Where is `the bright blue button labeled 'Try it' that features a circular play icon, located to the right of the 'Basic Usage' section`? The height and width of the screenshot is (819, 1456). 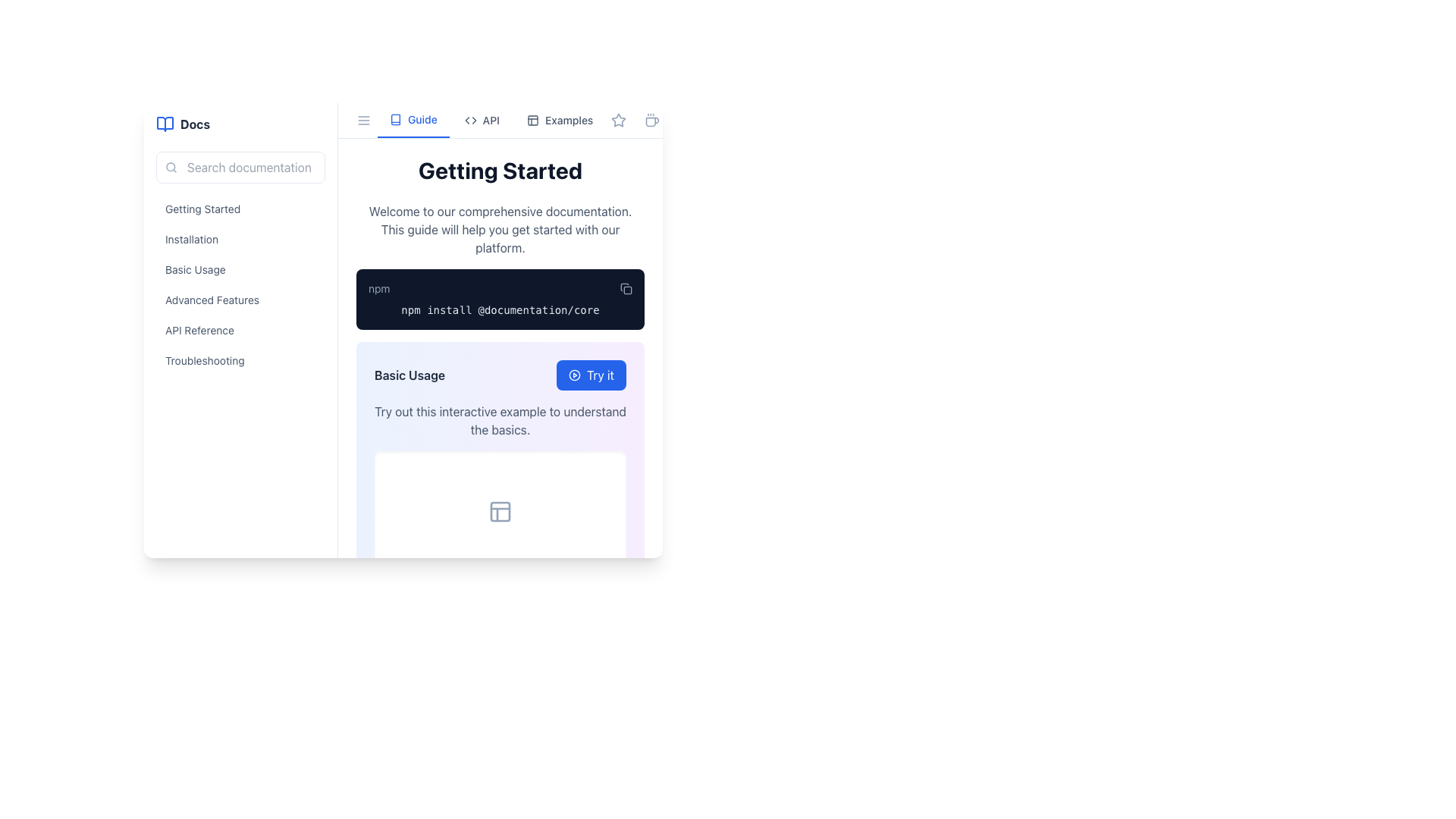
the bright blue button labeled 'Try it' that features a circular play icon, located to the right of the 'Basic Usage' section is located at coordinates (590, 375).